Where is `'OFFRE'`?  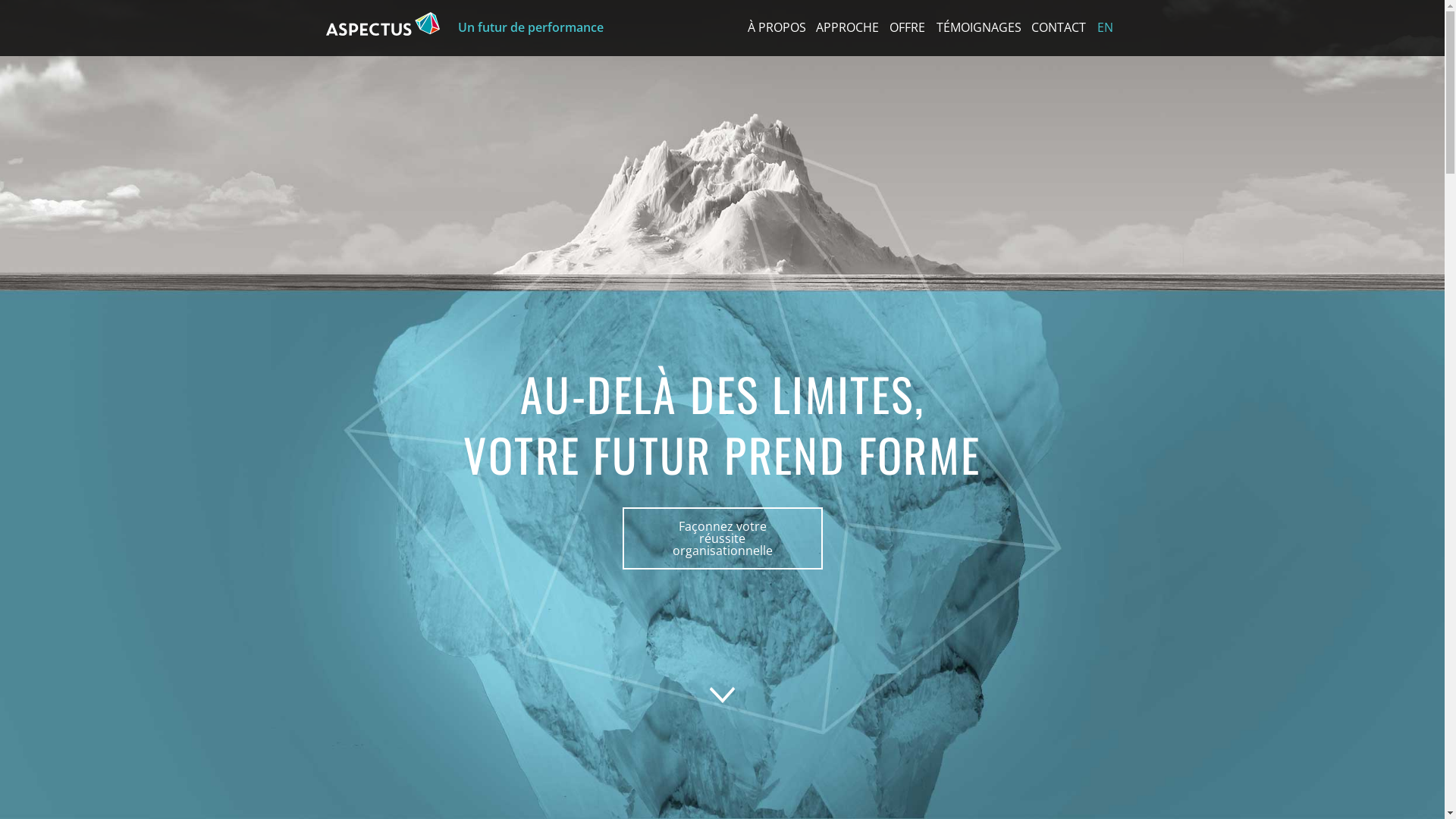 'OFFRE' is located at coordinates (905, 27).